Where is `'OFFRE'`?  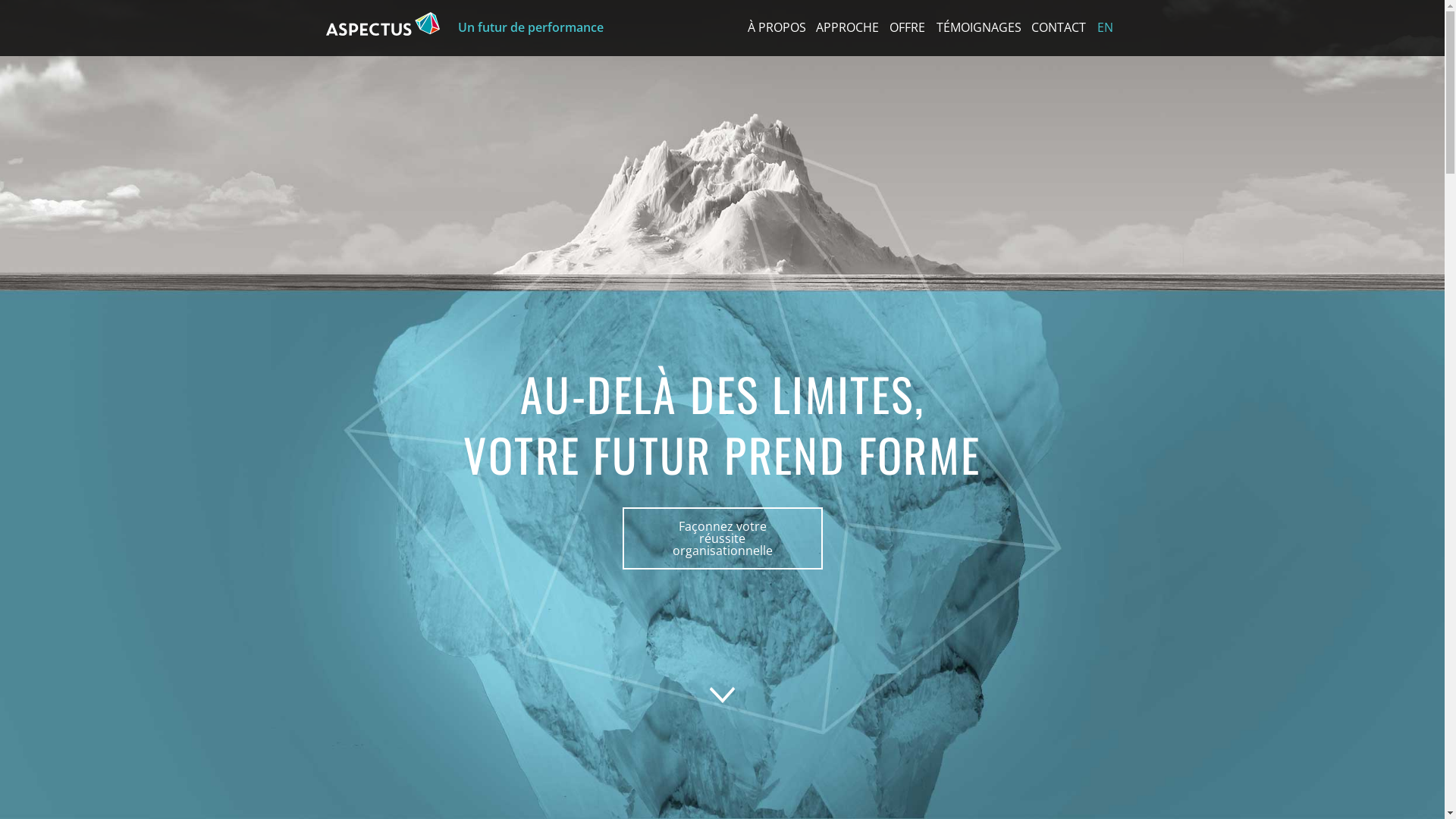 'OFFRE' is located at coordinates (905, 27).